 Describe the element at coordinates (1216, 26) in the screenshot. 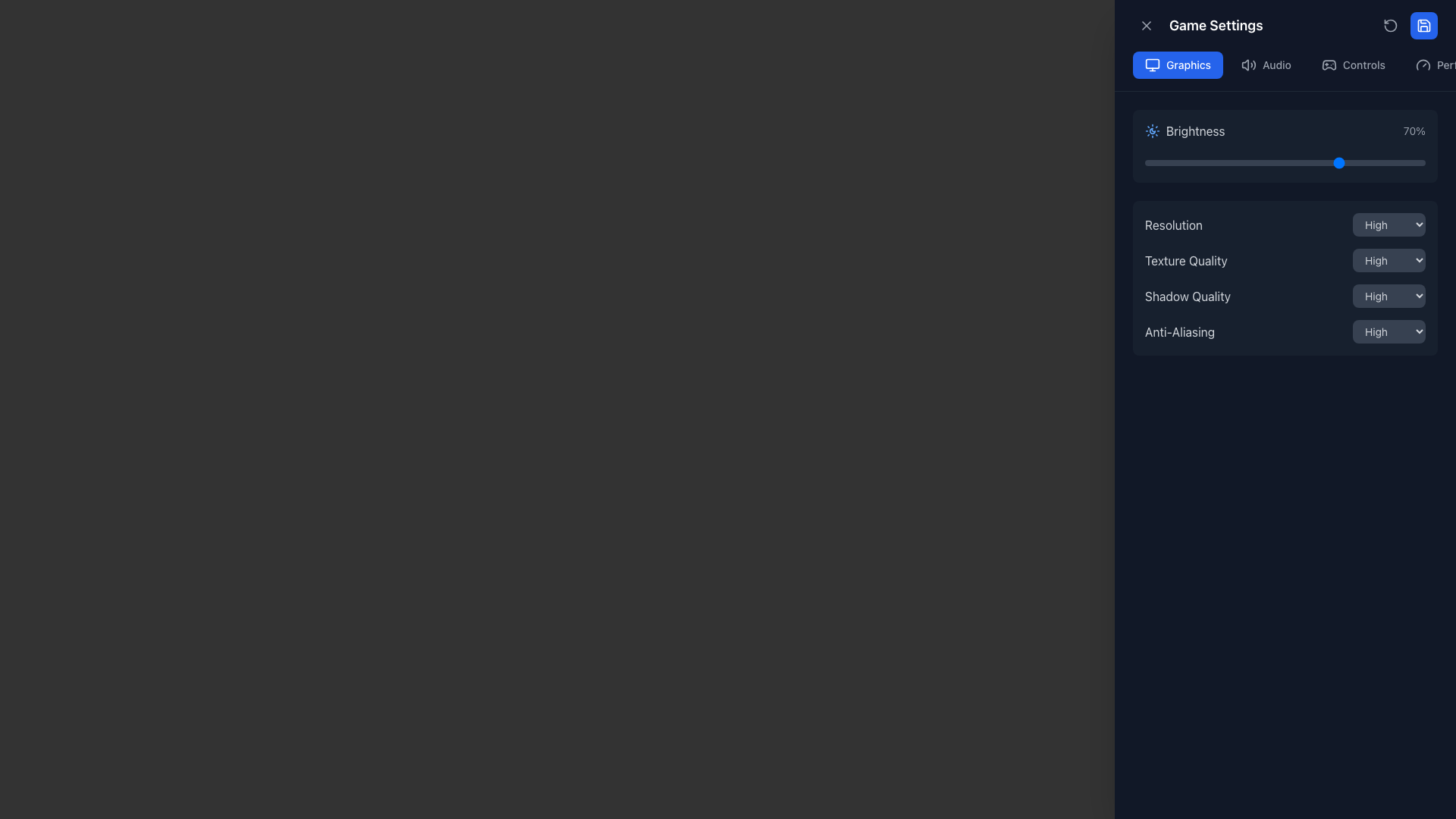

I see `the 'Game Settings' text label, which is a prominently displayed title in bold, large white font located at the top of the interface` at that location.